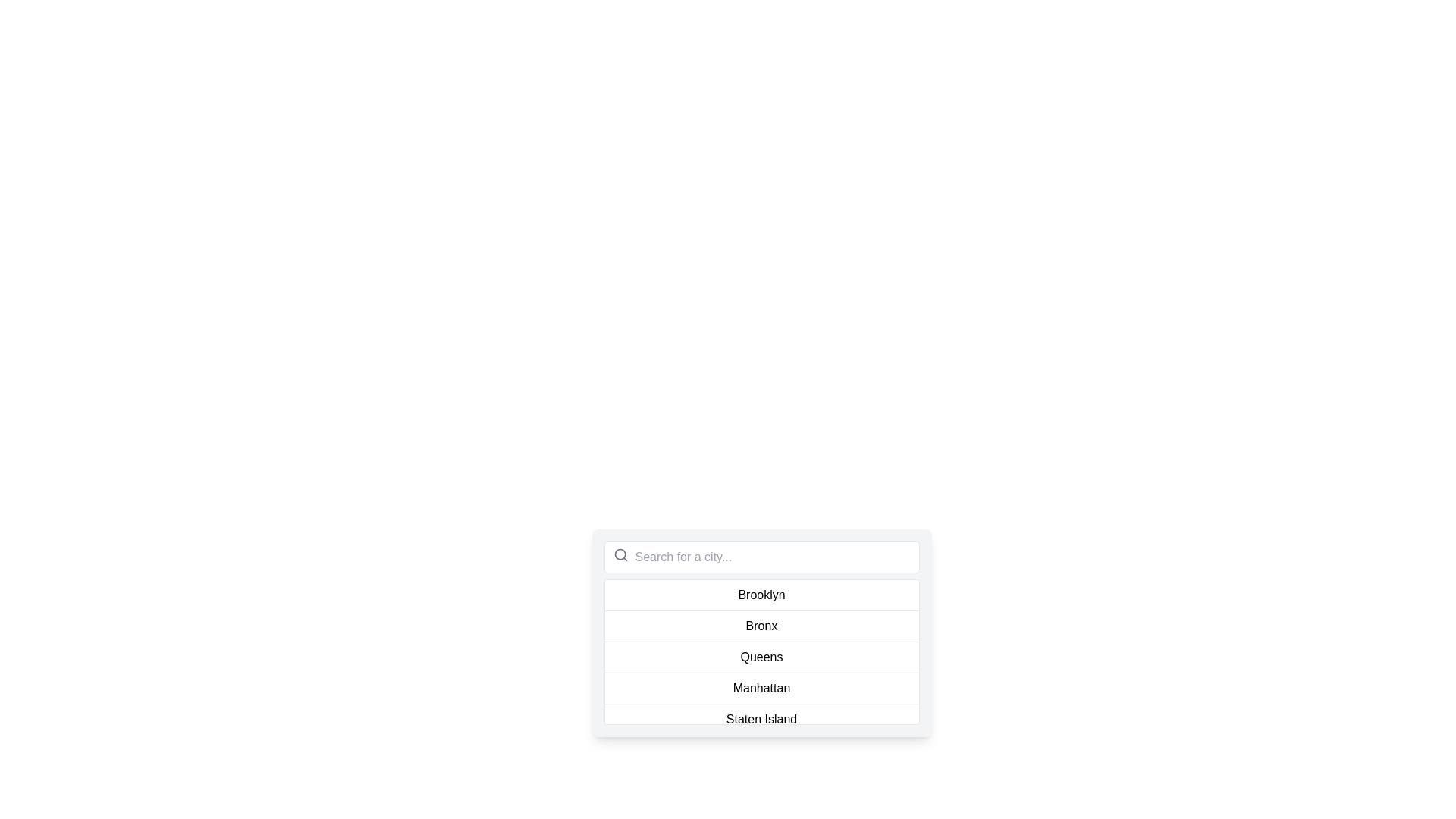  What do you see at coordinates (761, 651) in the screenshot?
I see `the third item 'Queens' in the dropdown menu` at bounding box center [761, 651].